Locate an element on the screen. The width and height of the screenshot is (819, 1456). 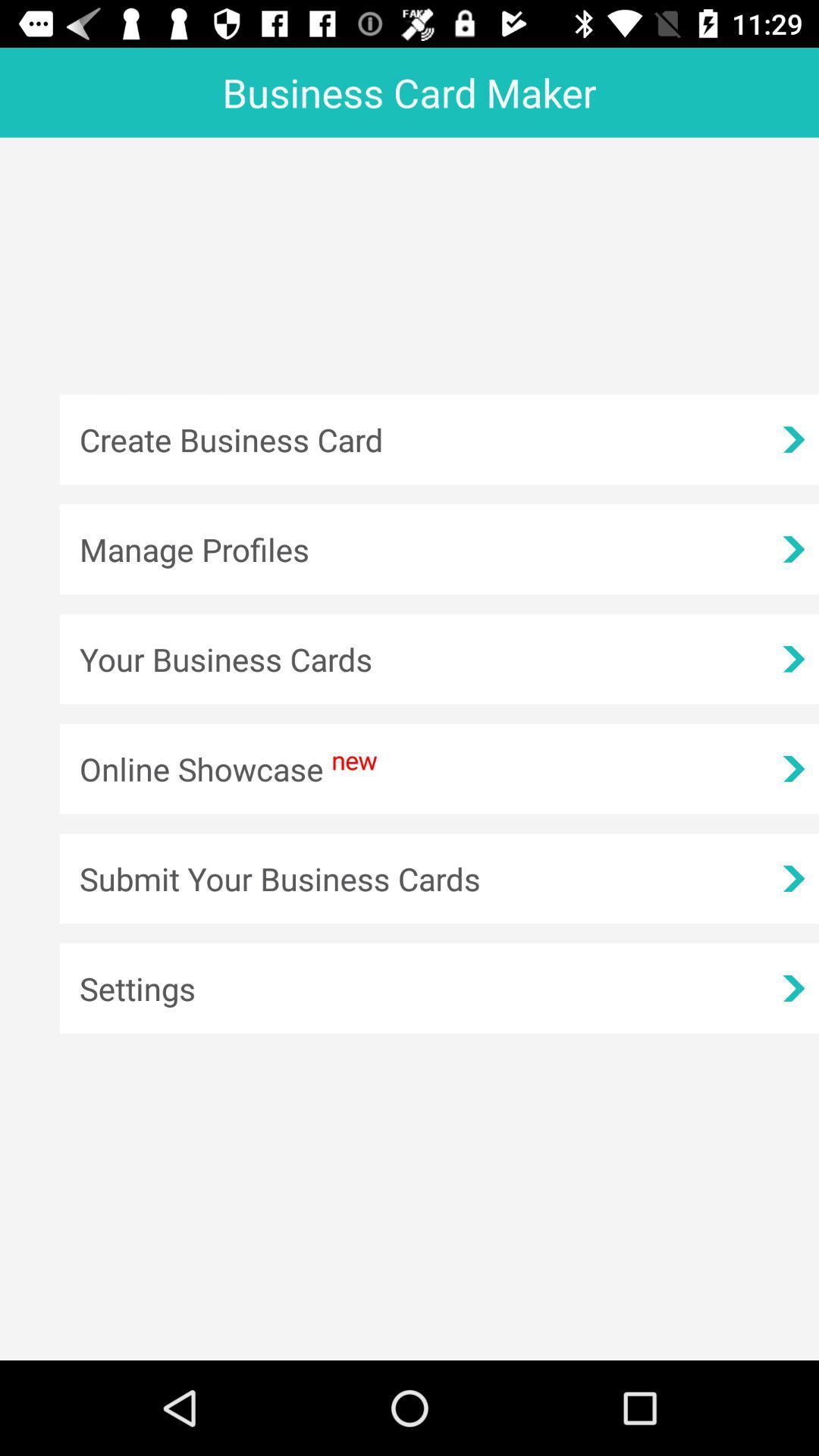
second right arrow from bottom is located at coordinates (792, 878).